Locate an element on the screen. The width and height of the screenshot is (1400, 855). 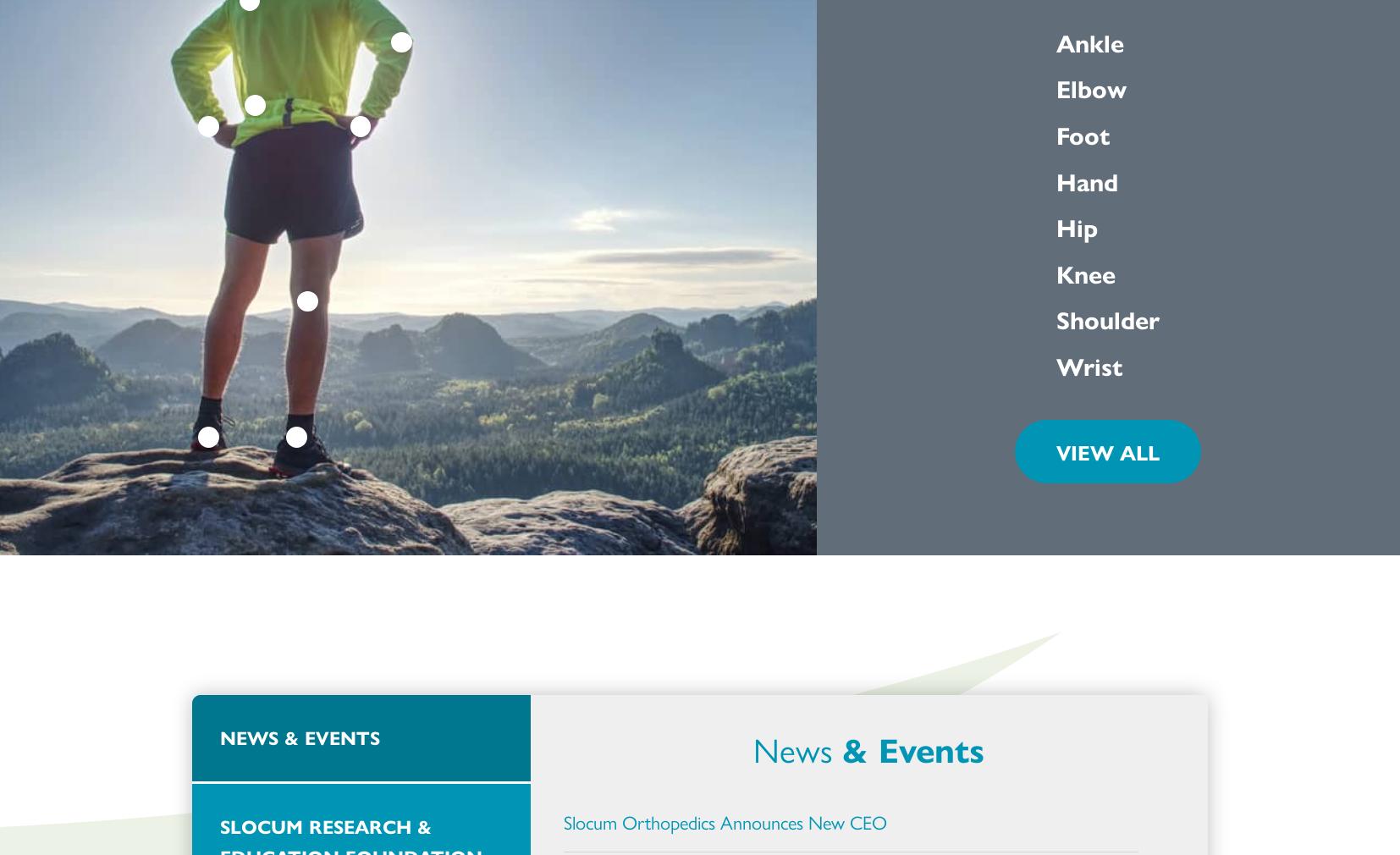
'& Events' is located at coordinates (912, 748).